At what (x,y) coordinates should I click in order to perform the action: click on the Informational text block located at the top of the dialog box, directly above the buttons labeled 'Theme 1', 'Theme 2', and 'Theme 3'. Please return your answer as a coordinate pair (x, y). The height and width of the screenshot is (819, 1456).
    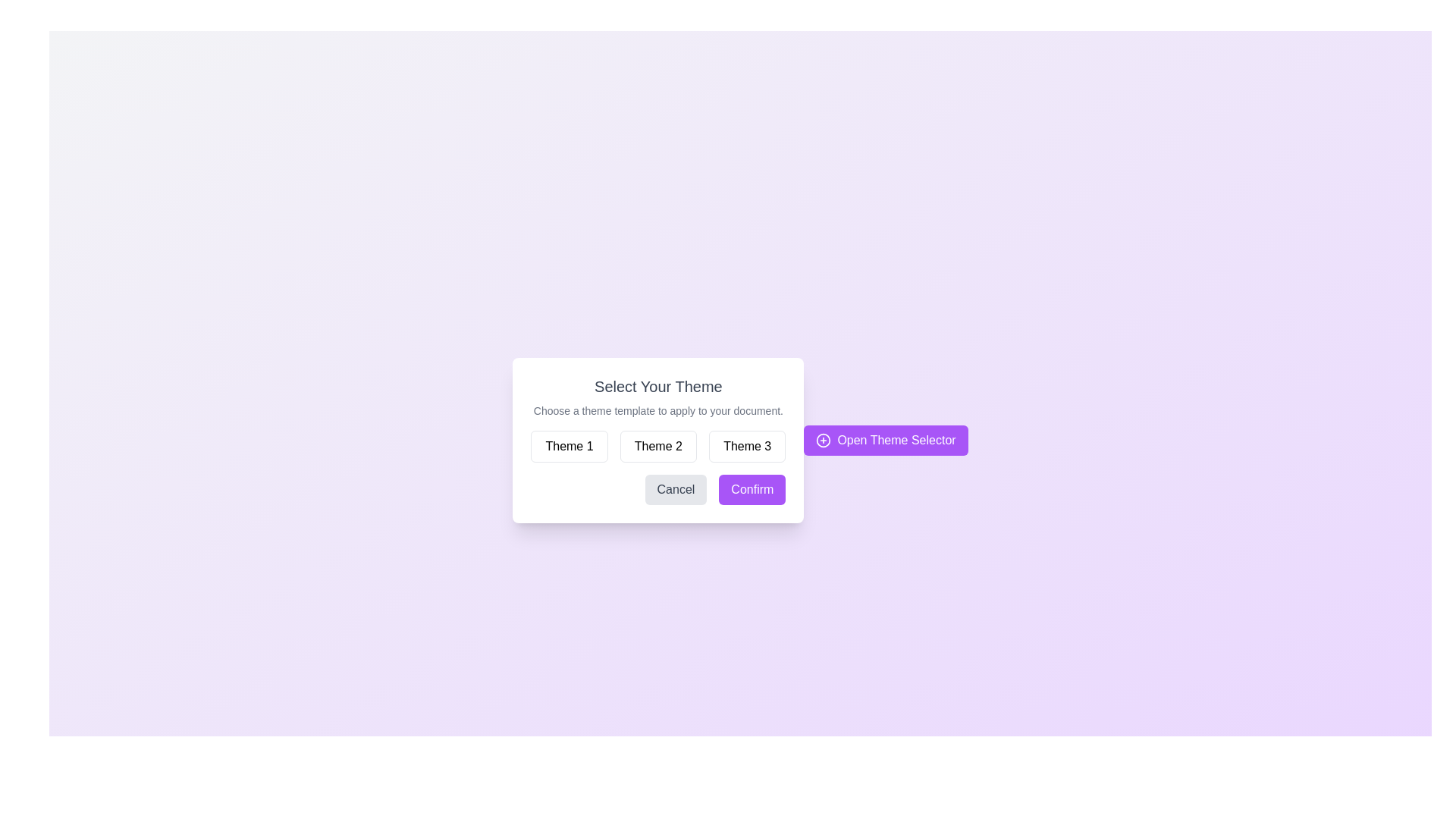
    Looking at the image, I should click on (658, 397).